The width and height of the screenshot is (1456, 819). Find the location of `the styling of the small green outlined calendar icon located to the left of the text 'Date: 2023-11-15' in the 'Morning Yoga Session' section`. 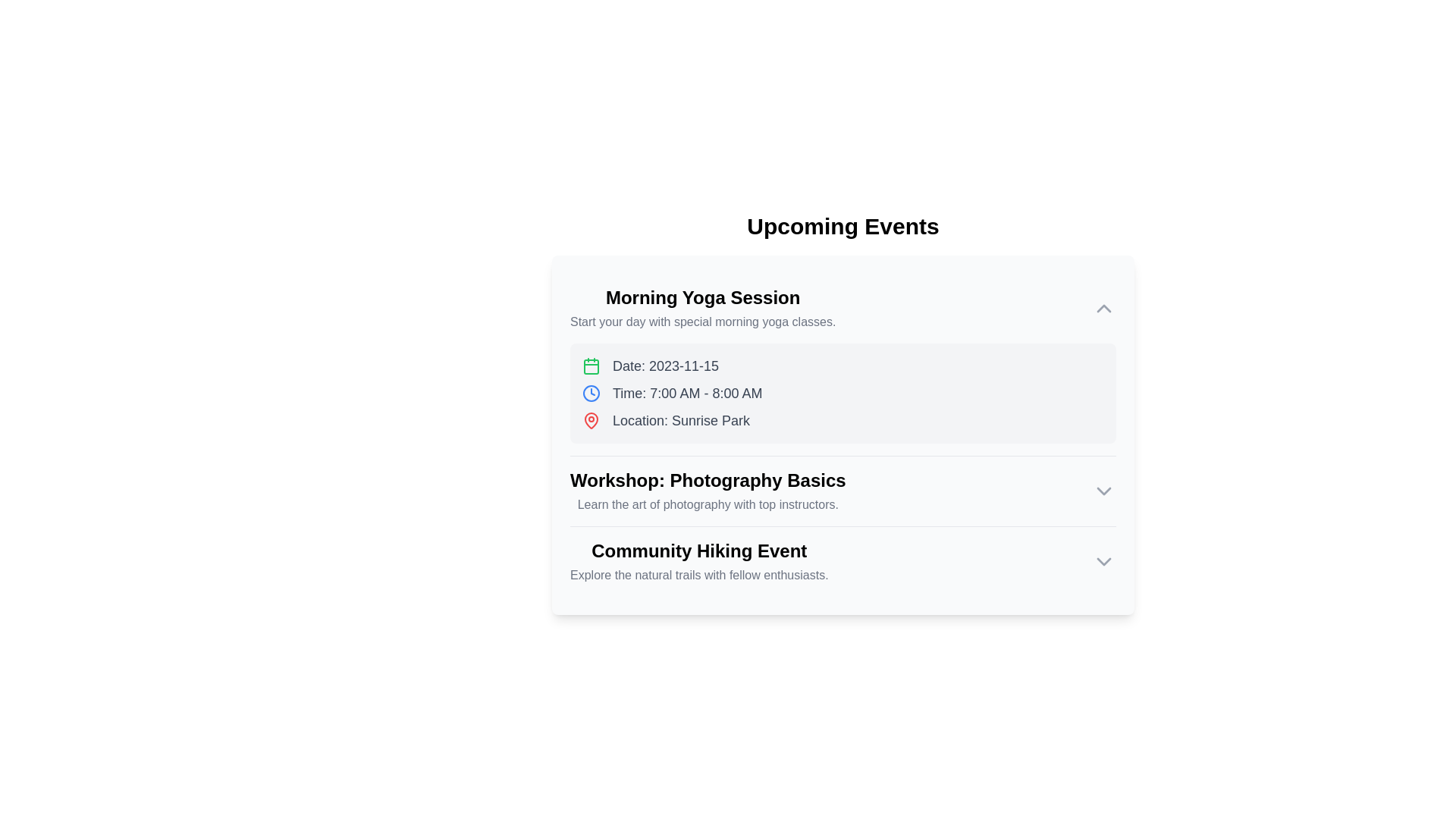

the styling of the small green outlined calendar icon located to the left of the text 'Date: 2023-11-15' in the 'Morning Yoga Session' section is located at coordinates (590, 366).